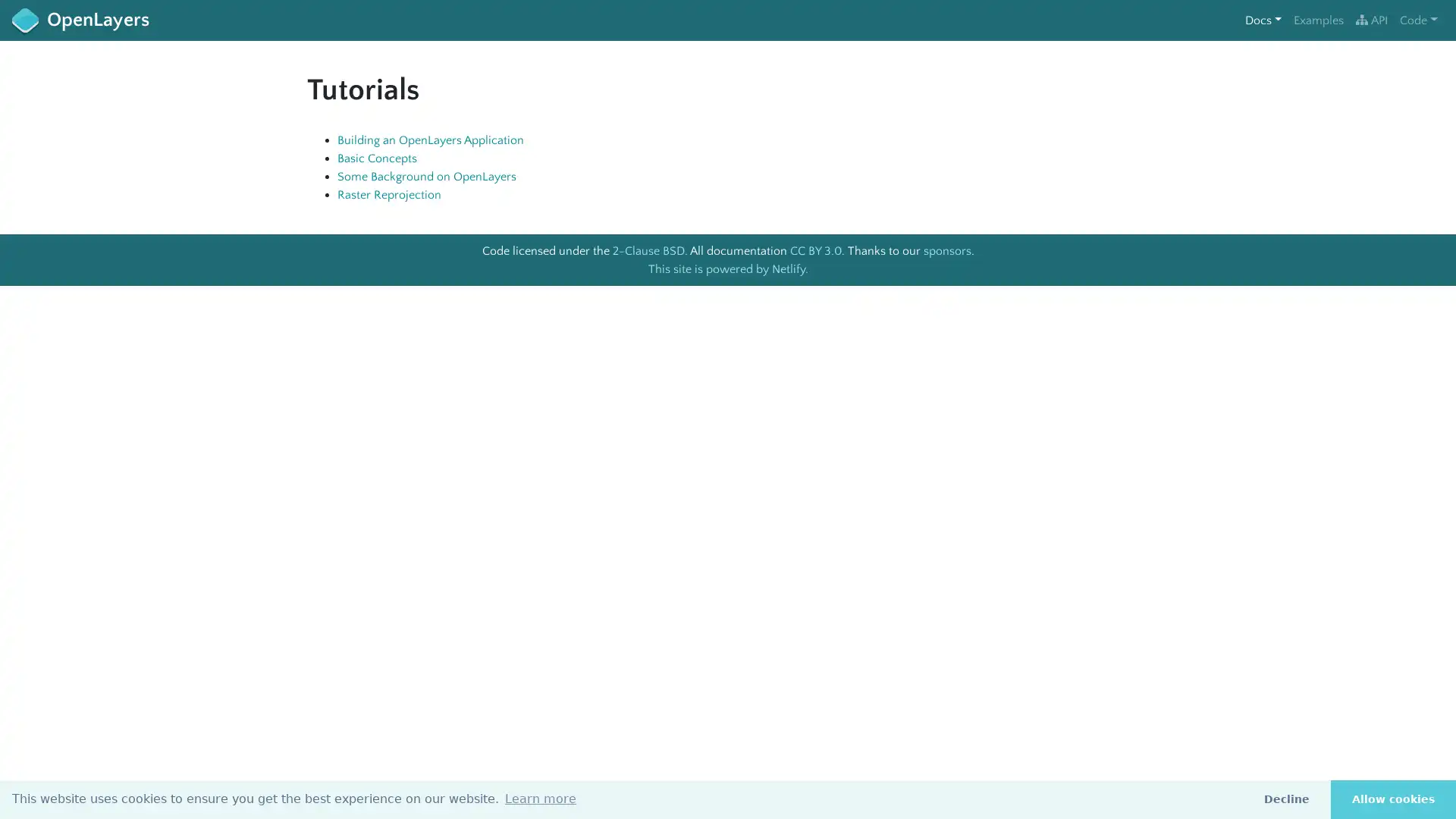 The width and height of the screenshot is (1456, 819). I want to click on learn more about cookies, so click(541, 798).